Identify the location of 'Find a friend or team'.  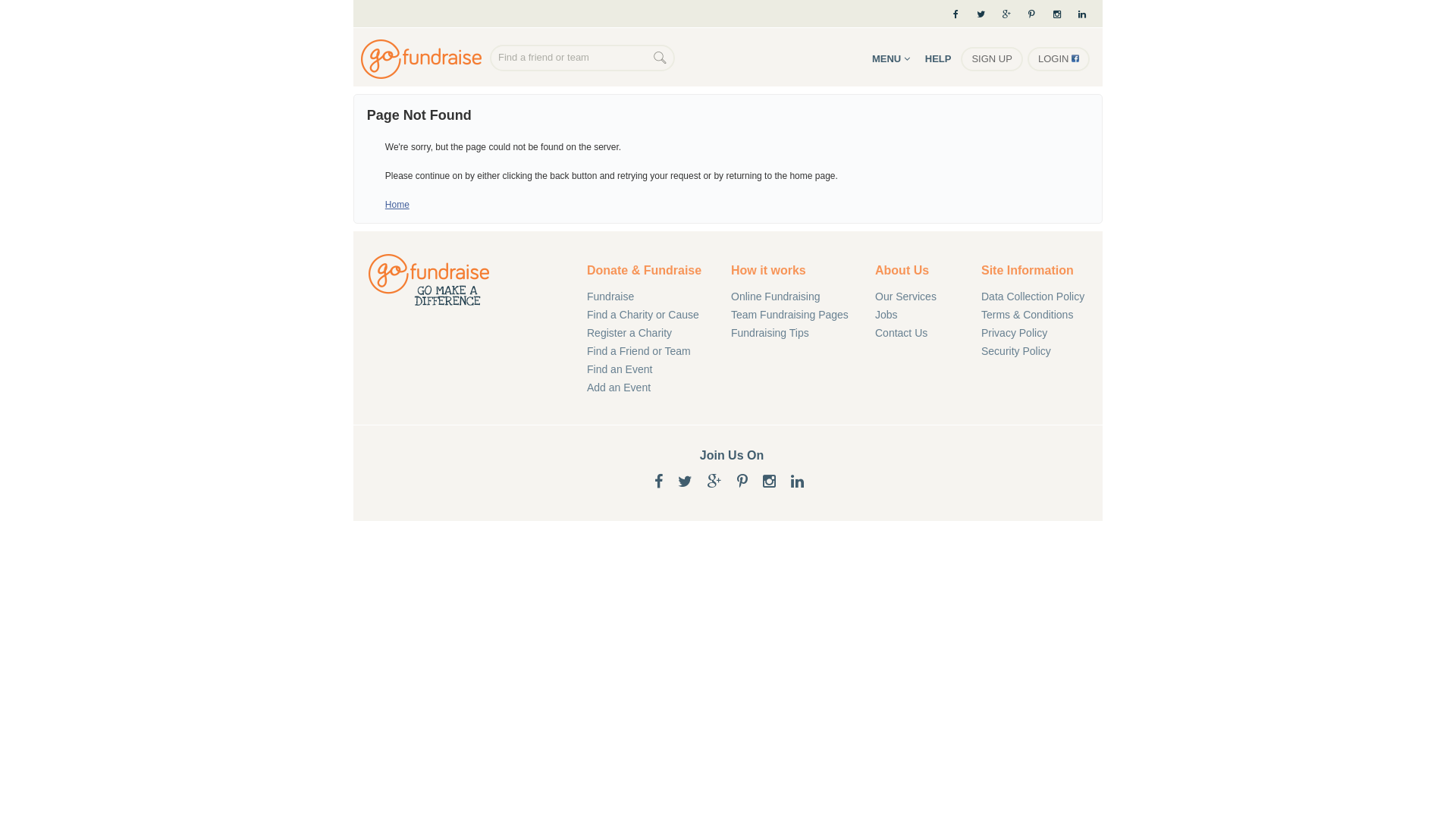
(571, 56).